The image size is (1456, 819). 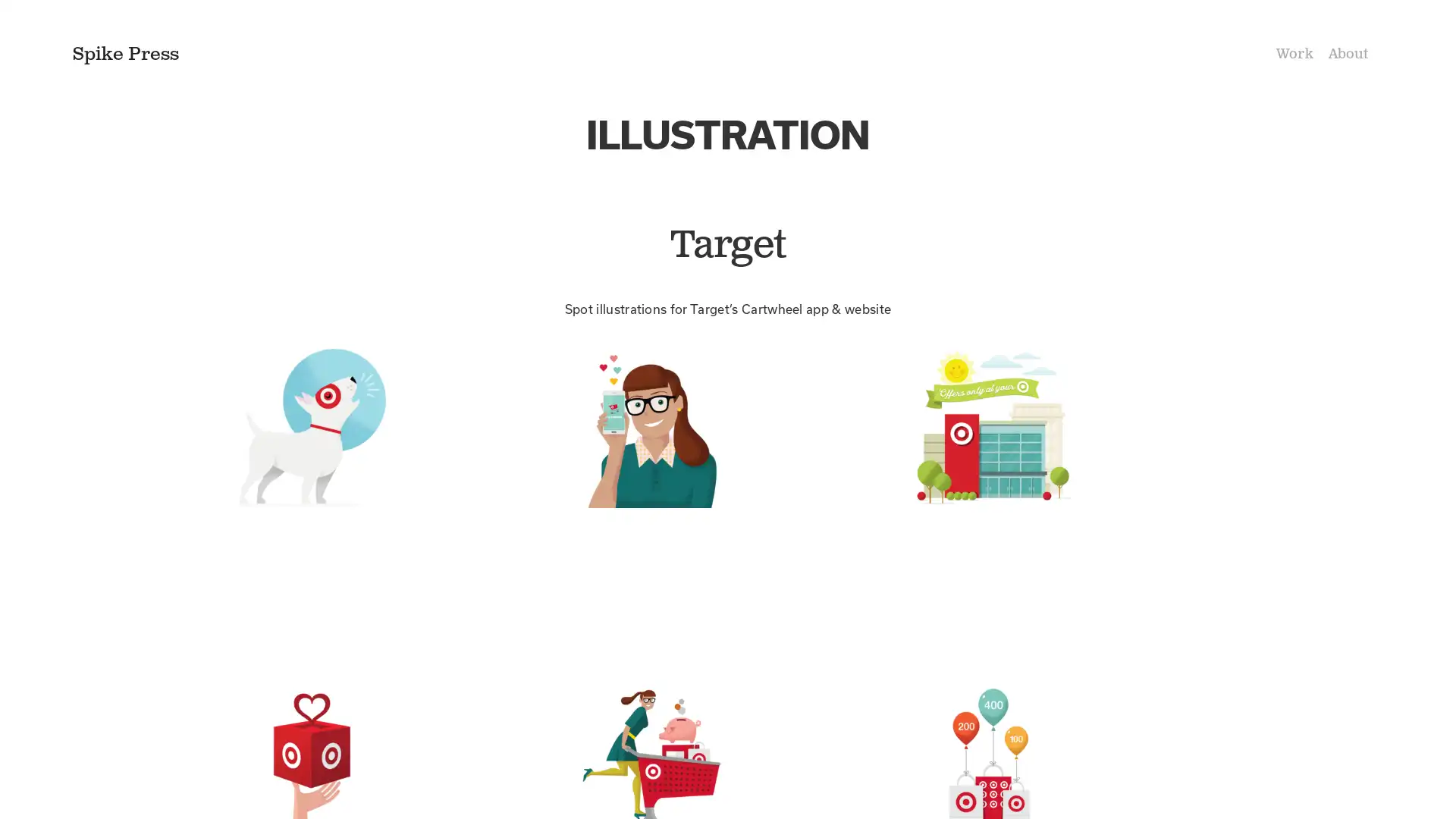 I want to click on View fullsize 01.png, so click(x=387, y=500).